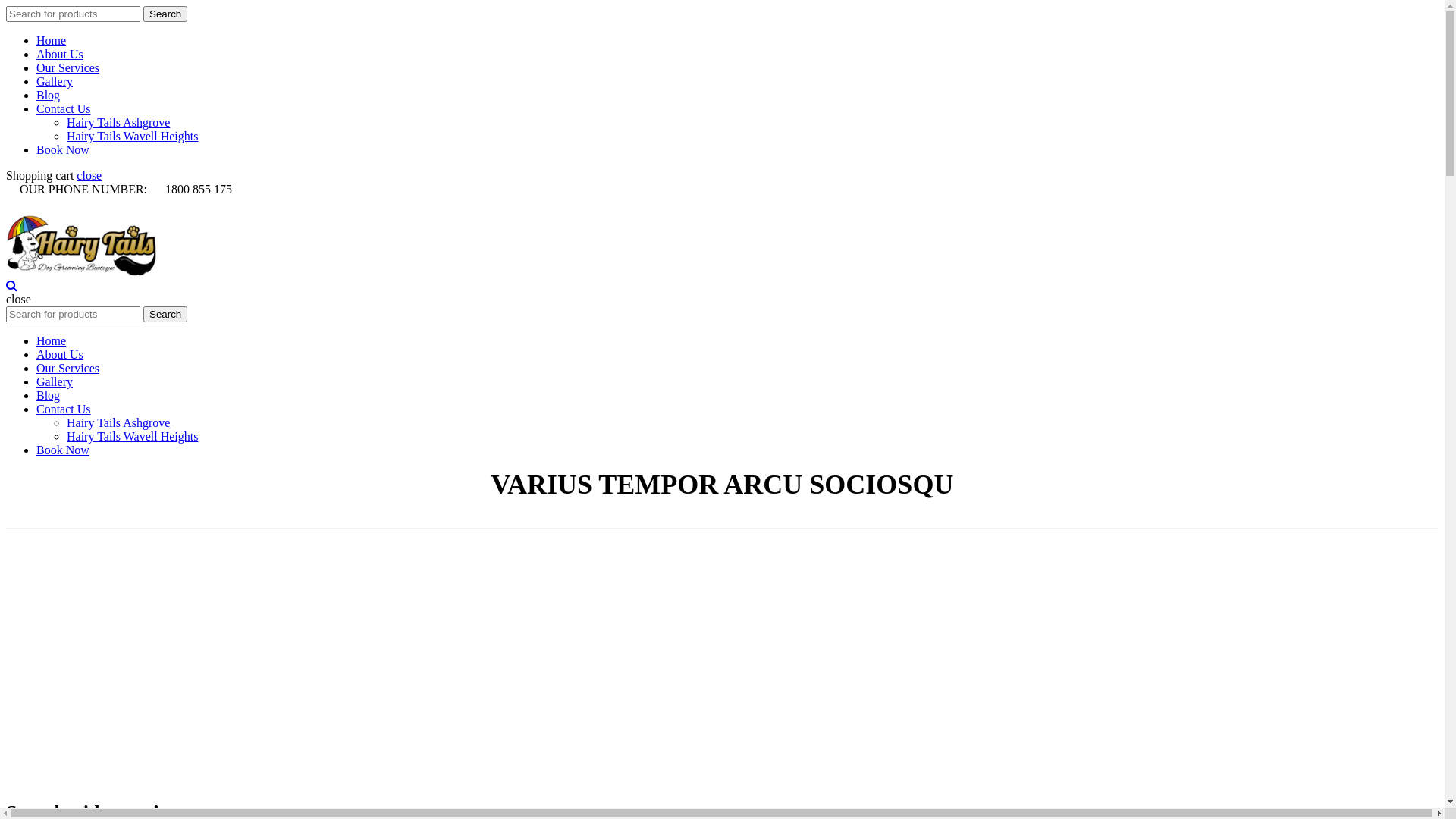 The width and height of the screenshot is (1456, 819). What do you see at coordinates (88, 174) in the screenshot?
I see `'close'` at bounding box center [88, 174].